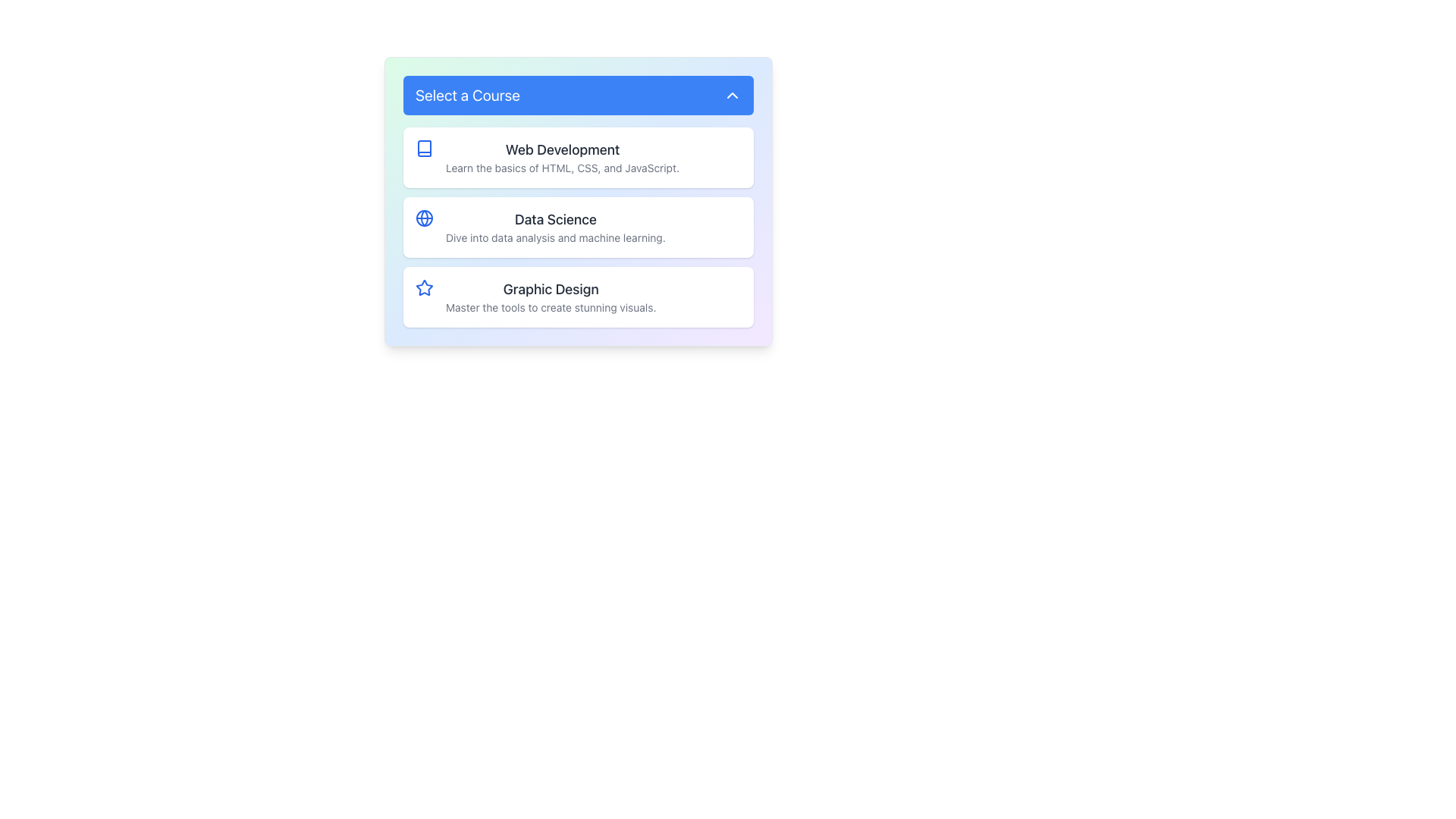 This screenshot has width=1456, height=819. Describe the element at coordinates (562, 158) in the screenshot. I see `the interactive option within the 'Select a Course' card` at that location.